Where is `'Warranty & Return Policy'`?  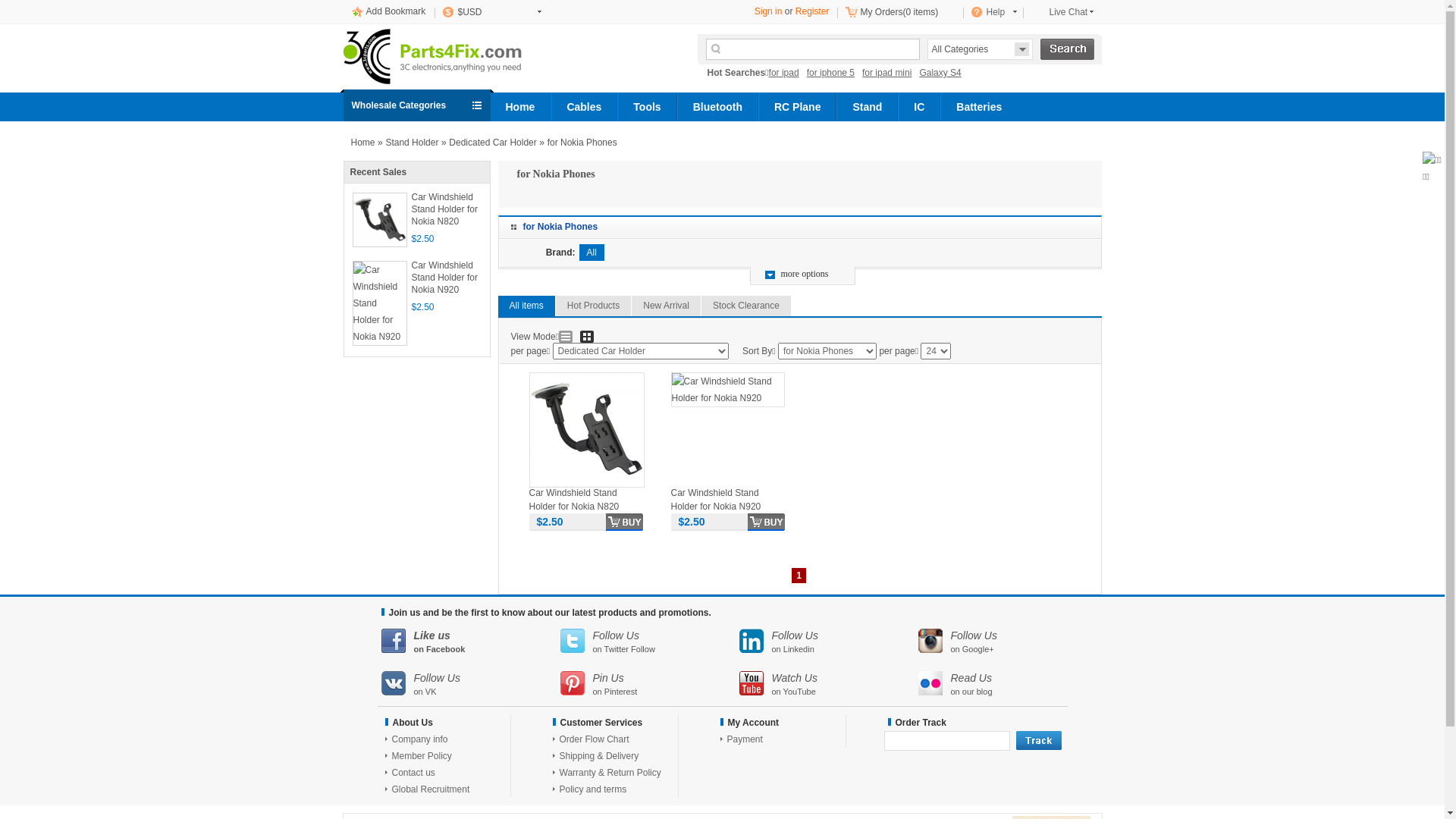 'Warranty & Return Policy' is located at coordinates (610, 772).